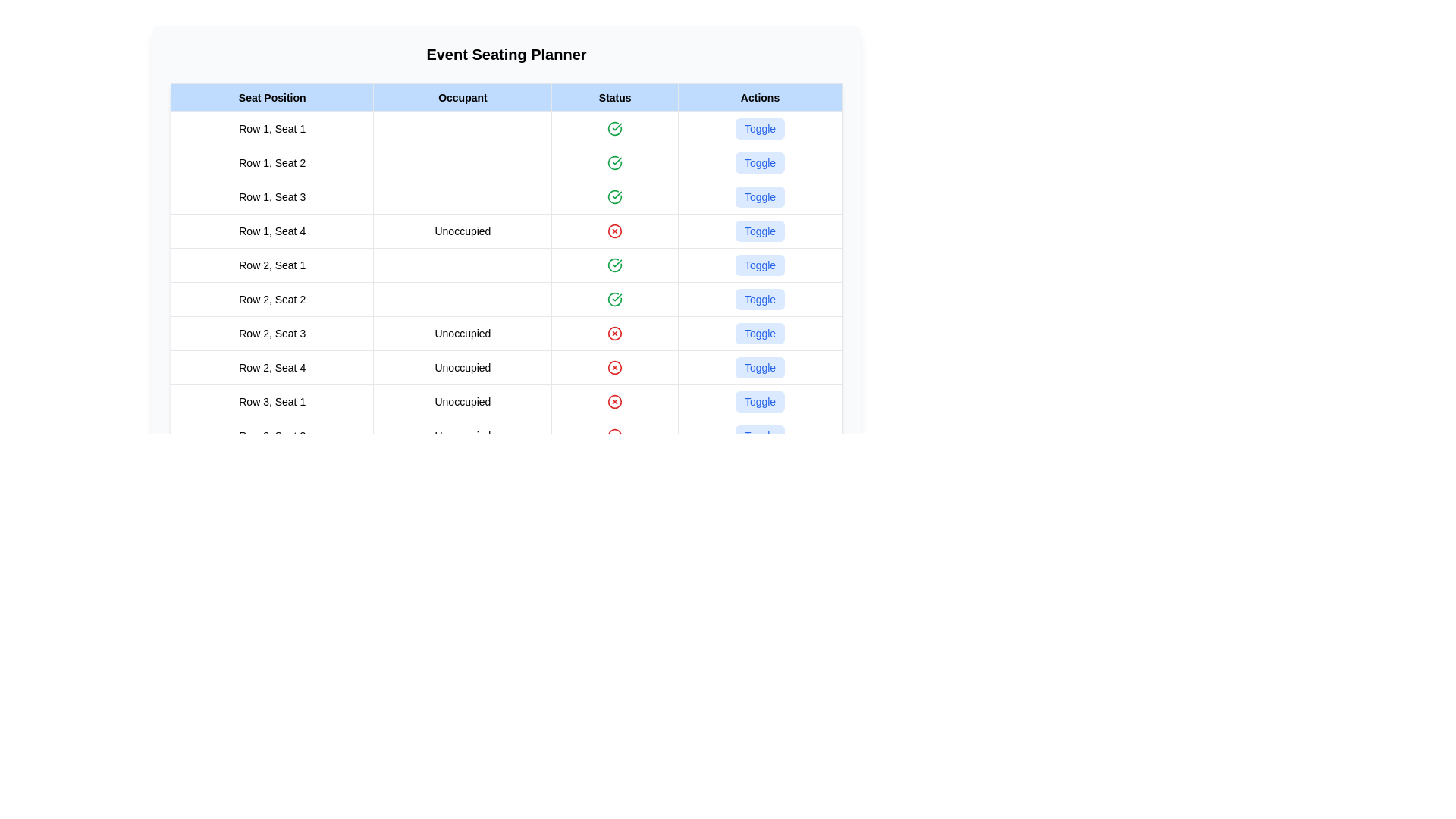 The height and width of the screenshot is (819, 1456). I want to click on the toggle button located in the 'Actions' column of the 'Event Seating Planner' table, specifically for 'Row 3, Seat 4', so click(760, 435).